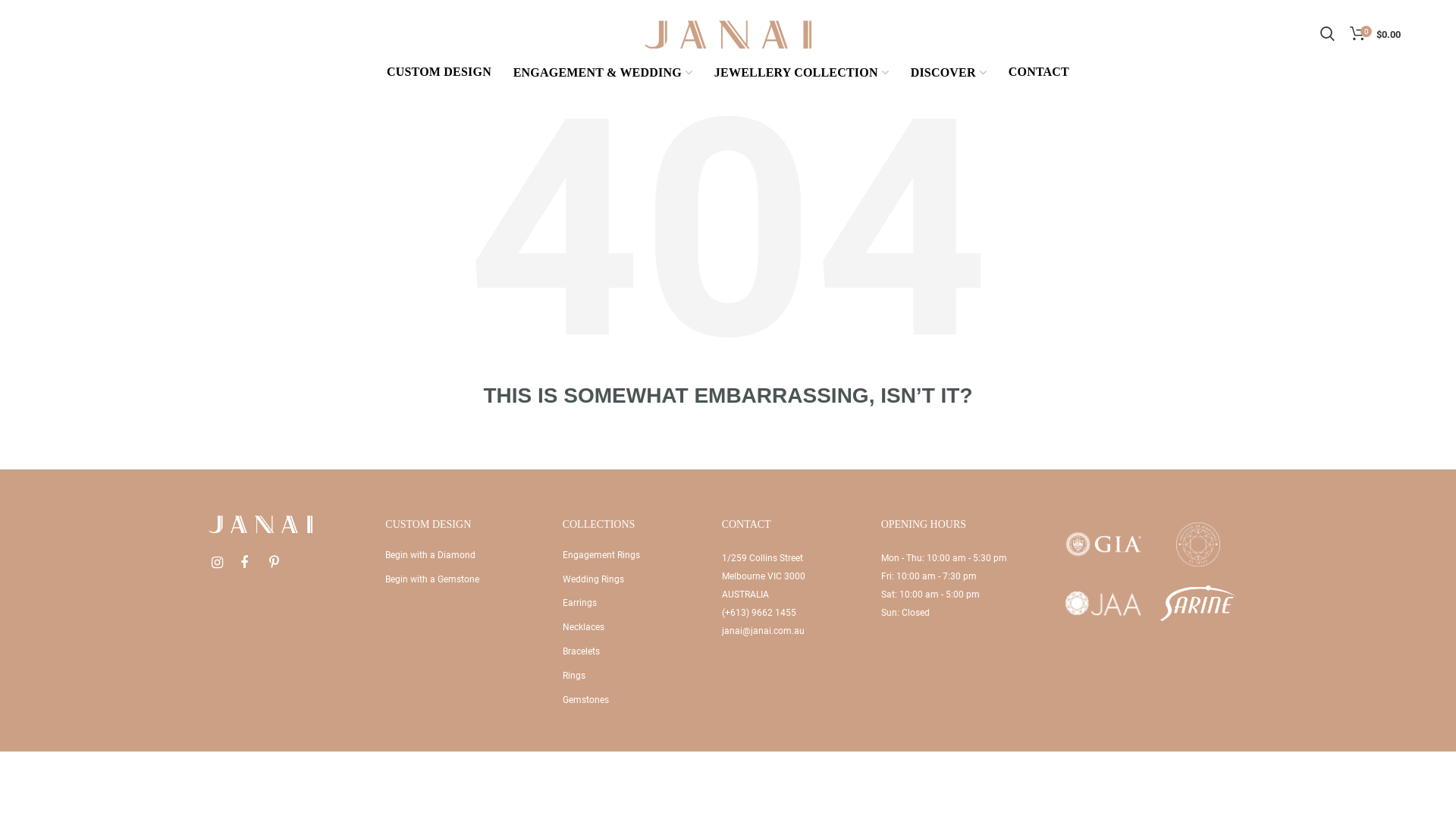 The image size is (1456, 819). I want to click on '(+613) 9662 1455', so click(759, 611).